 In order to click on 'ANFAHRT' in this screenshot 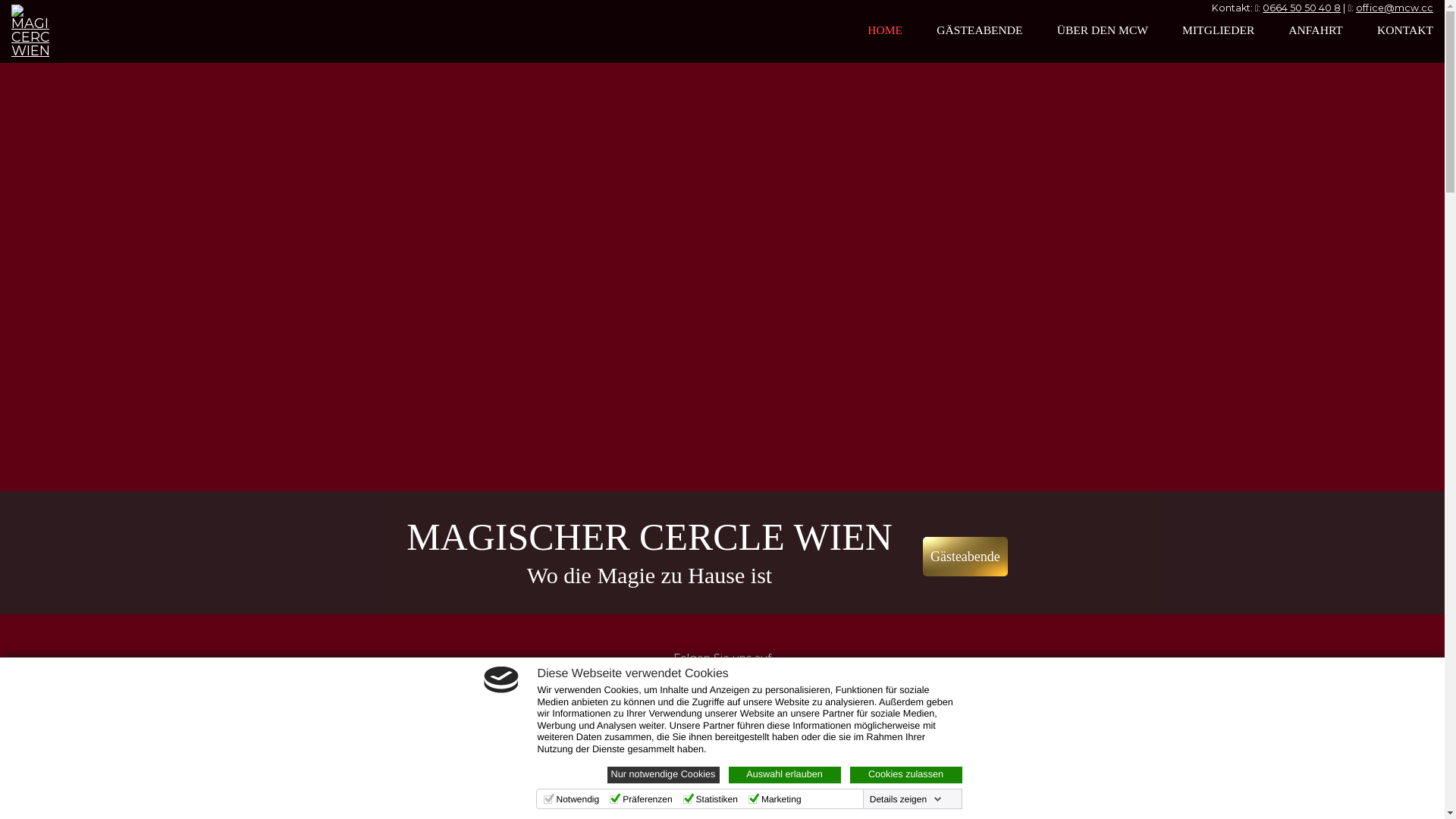, I will do `click(1288, 30)`.